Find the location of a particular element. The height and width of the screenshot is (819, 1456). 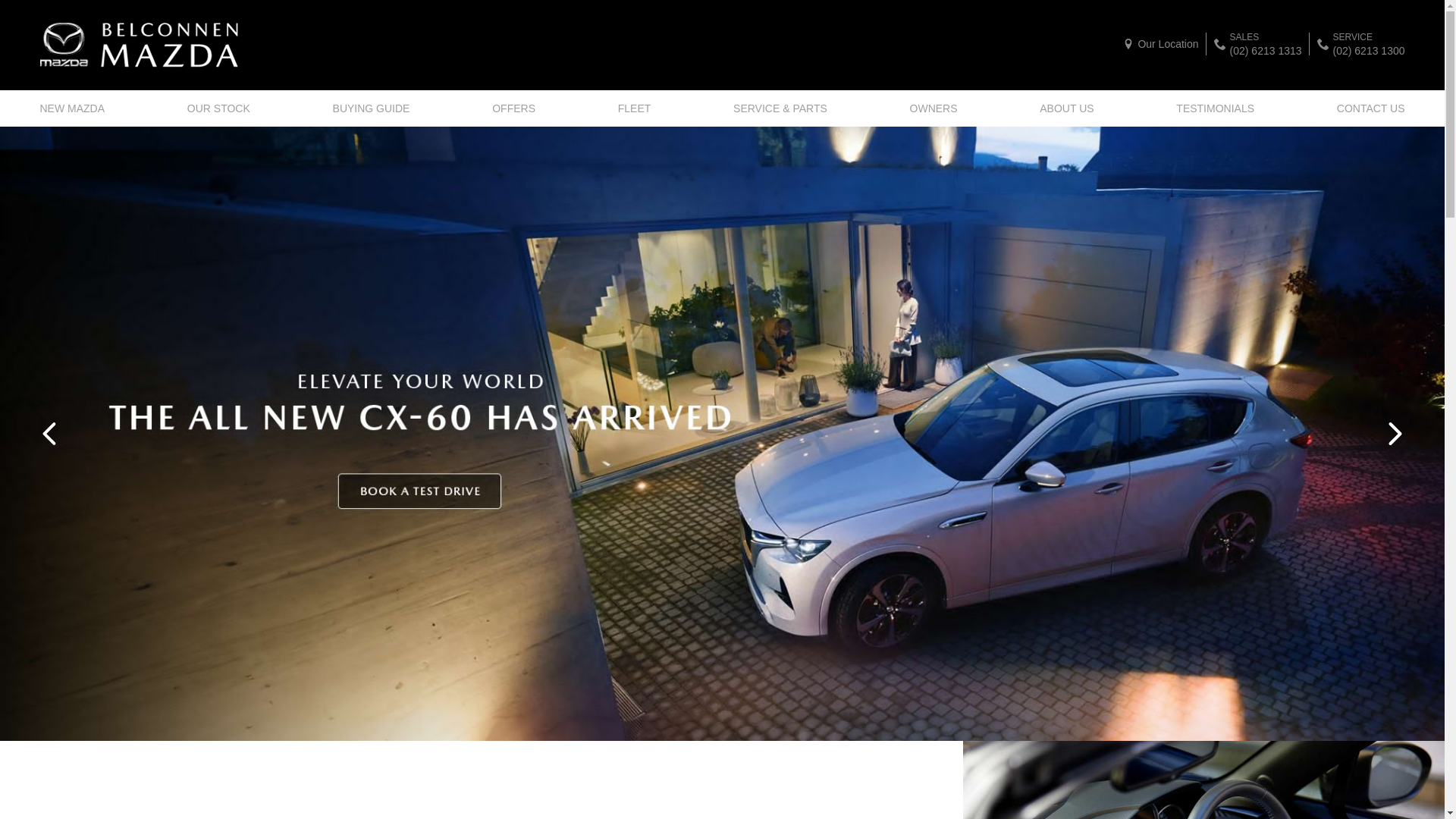

'OFFERS' is located at coordinates (513, 107).